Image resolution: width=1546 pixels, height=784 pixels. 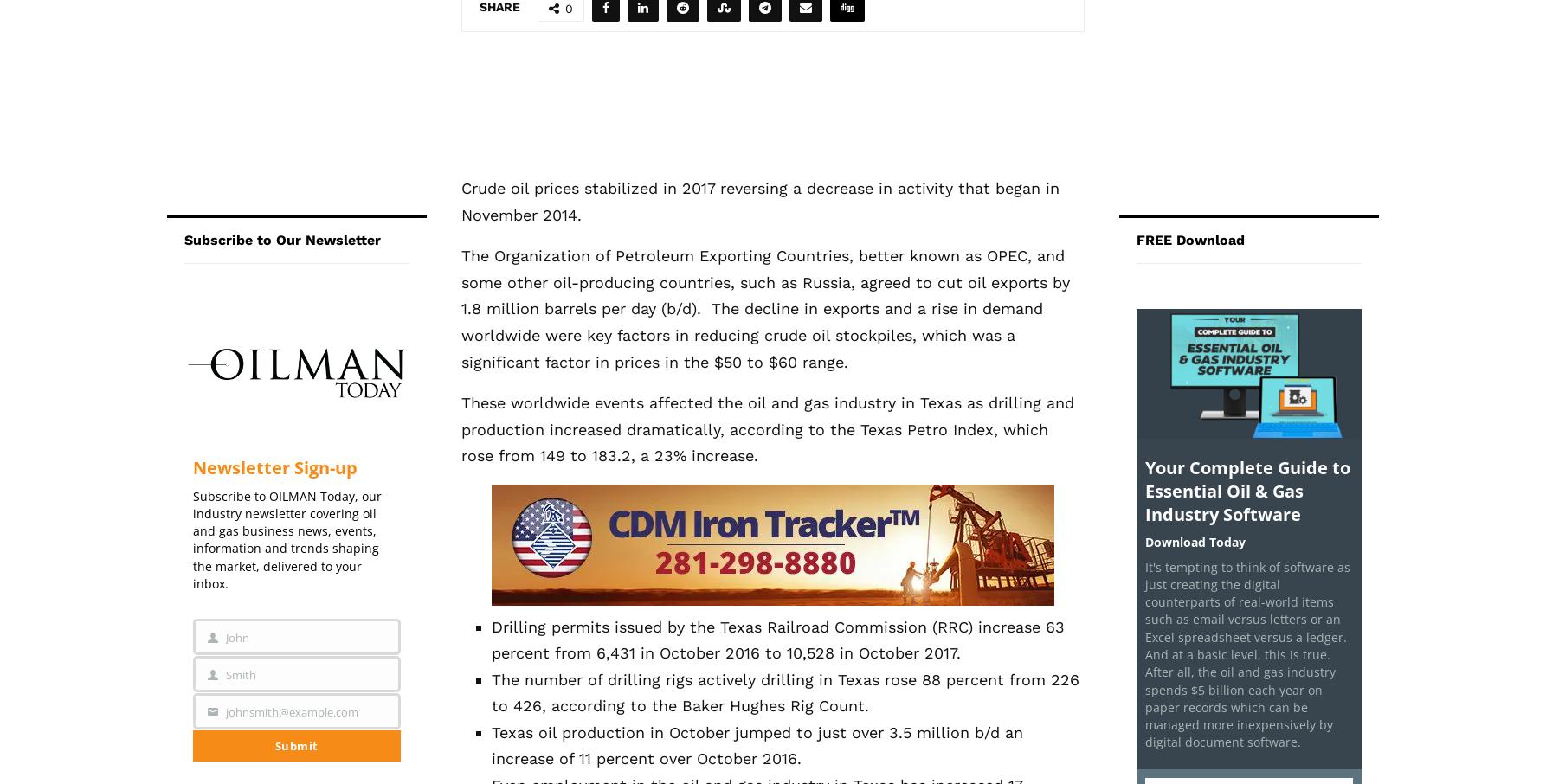 I want to click on 'Subscribe to Our Newsletter', so click(x=184, y=238).